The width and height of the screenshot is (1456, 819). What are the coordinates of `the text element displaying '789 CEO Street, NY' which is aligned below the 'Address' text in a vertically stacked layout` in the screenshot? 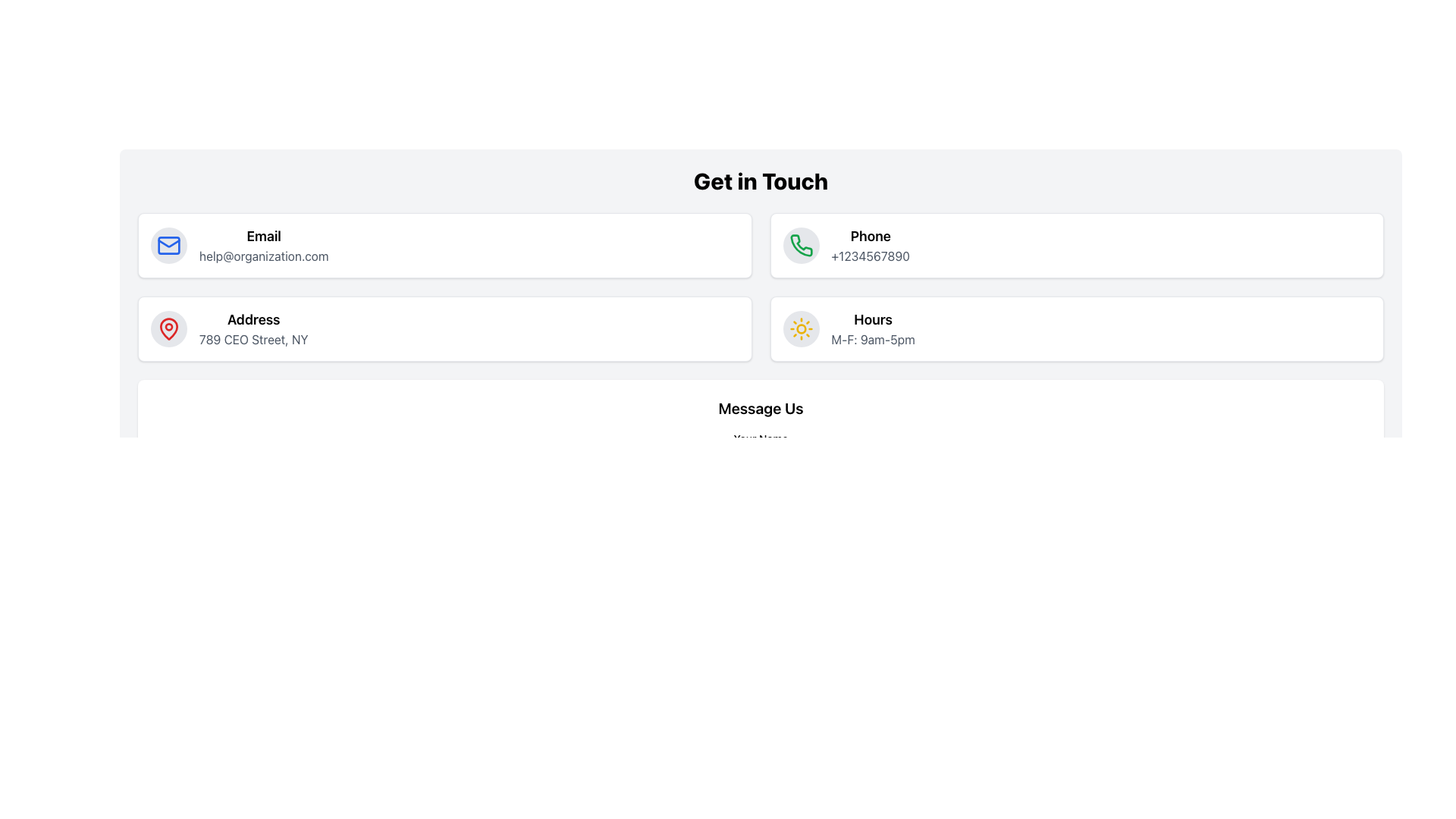 It's located at (253, 338).